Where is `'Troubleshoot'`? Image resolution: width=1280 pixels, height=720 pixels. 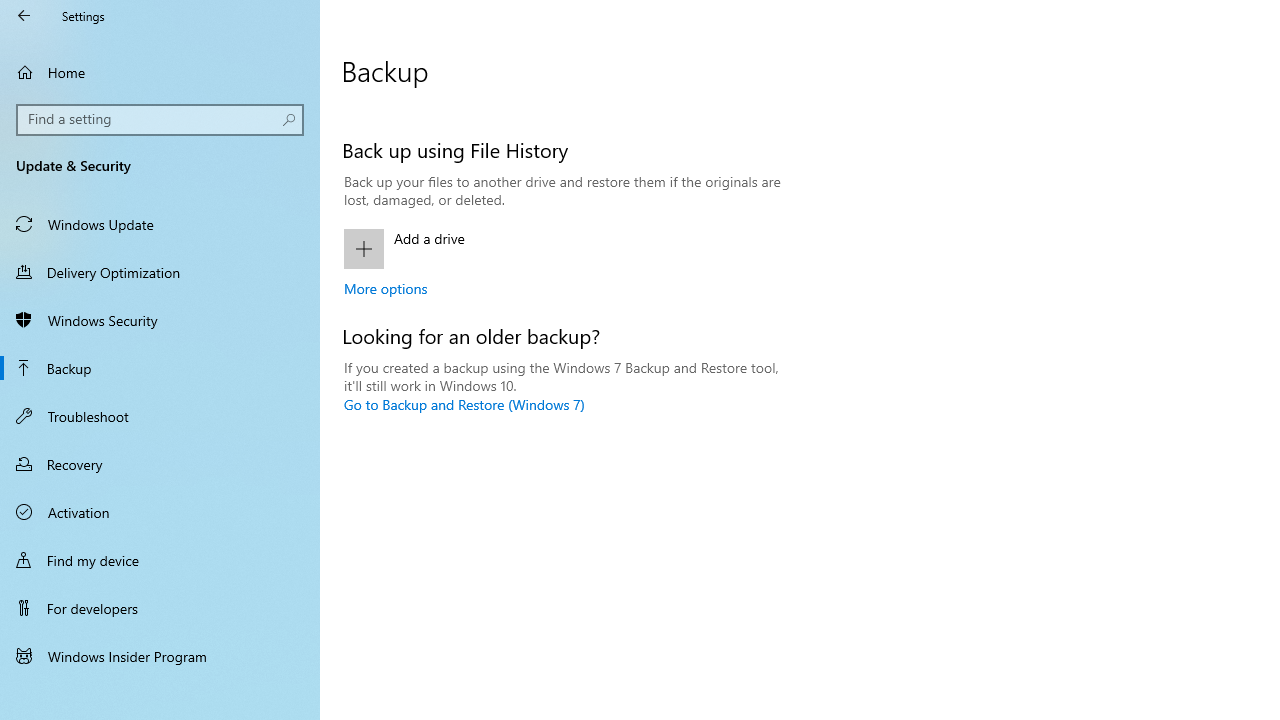 'Troubleshoot' is located at coordinates (160, 414).